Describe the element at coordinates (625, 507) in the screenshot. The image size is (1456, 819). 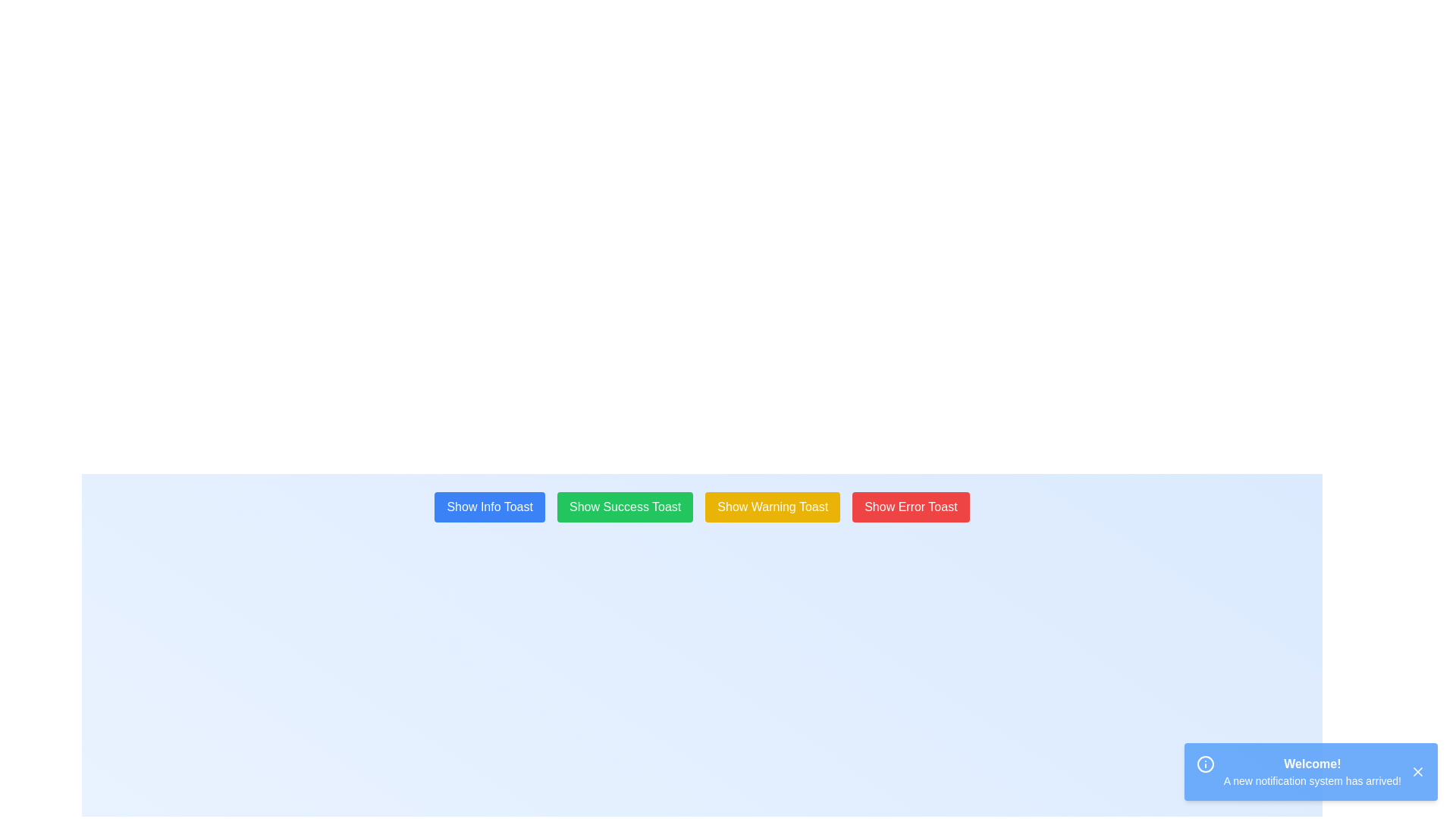
I see `the green button labeled 'Show Success Toast' located between the 'Show Info Toast' and 'Show Warning Toast' buttons` at that location.